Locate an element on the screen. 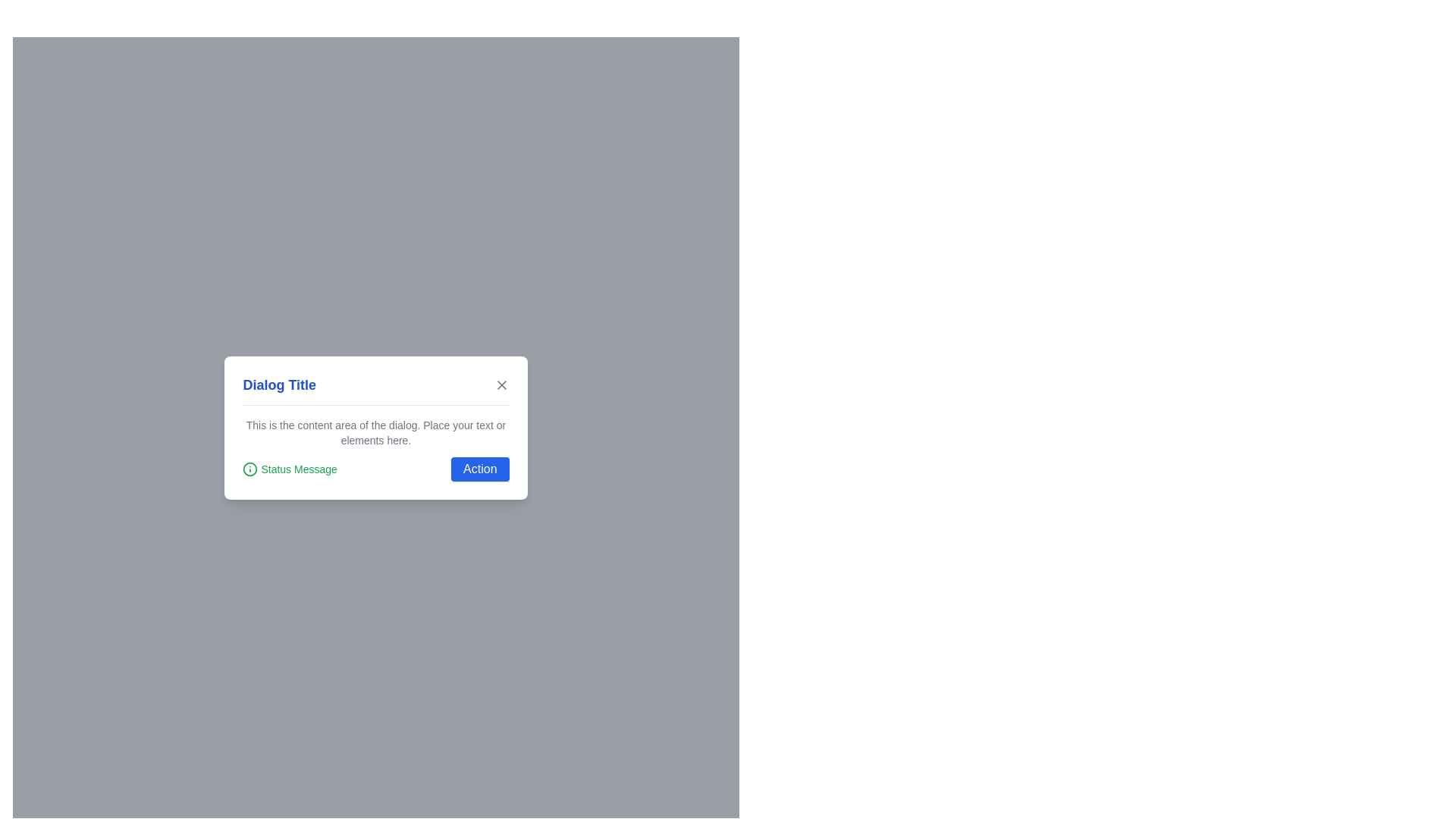  the 'Action' button located at the bottom-right corner of the dialog box, adjacent to the 'Status Message' text, to observe hover effects is located at coordinates (479, 468).